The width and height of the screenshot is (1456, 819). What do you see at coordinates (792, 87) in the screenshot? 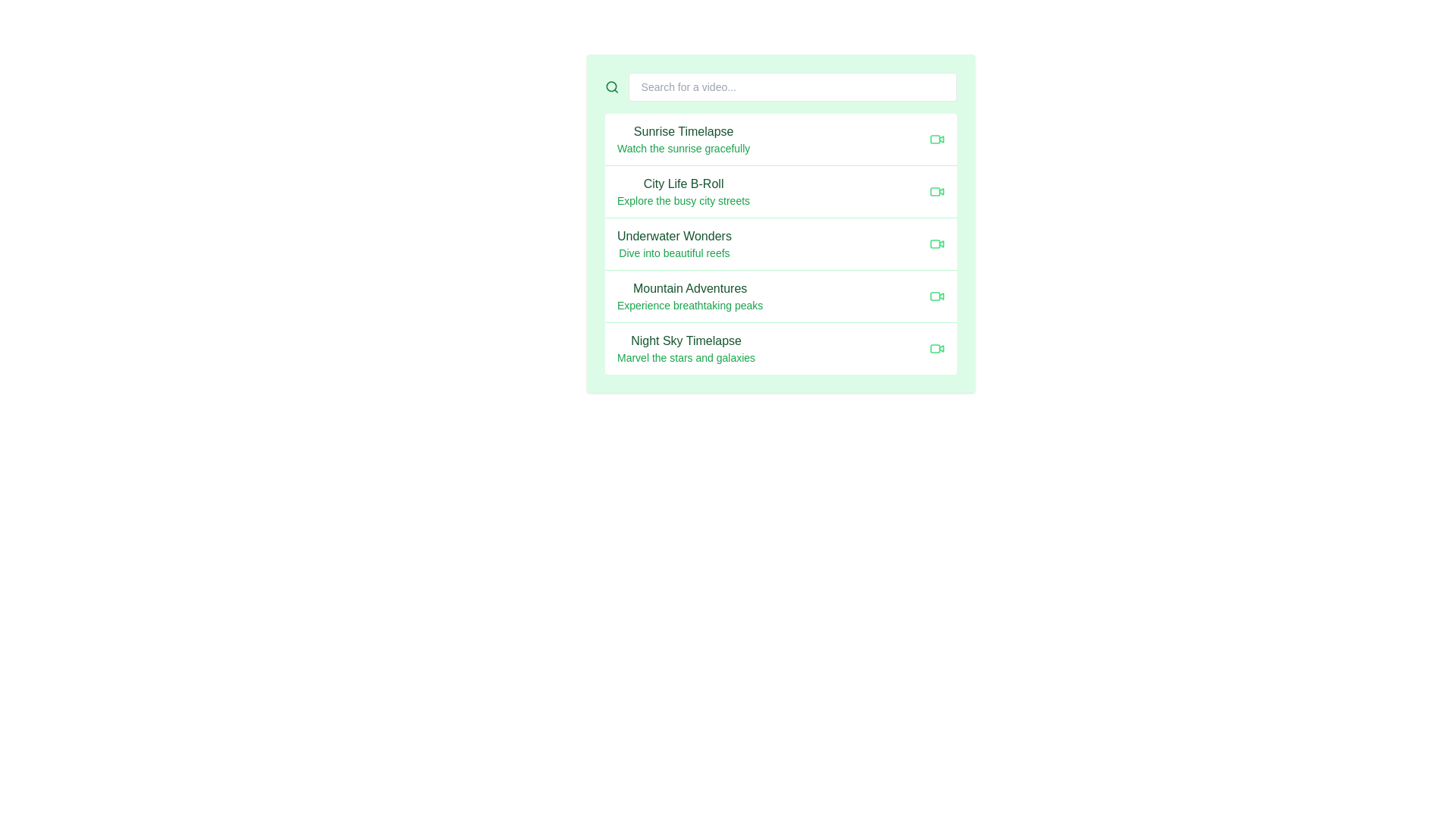
I see `the rectangular search bar with rounded corners and a light gray border to focus on it` at bounding box center [792, 87].